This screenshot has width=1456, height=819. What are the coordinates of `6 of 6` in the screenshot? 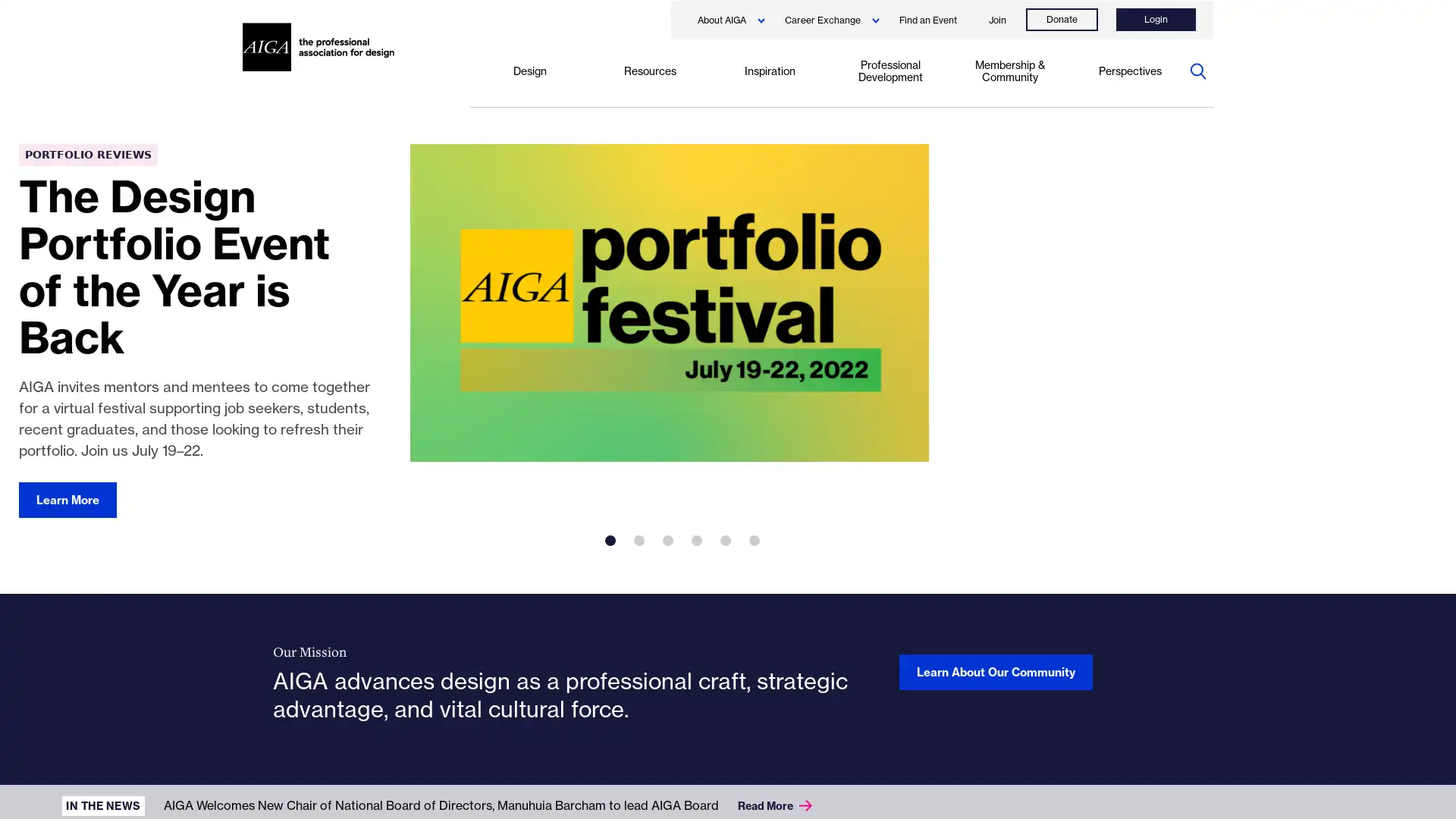 It's located at (754, 540).